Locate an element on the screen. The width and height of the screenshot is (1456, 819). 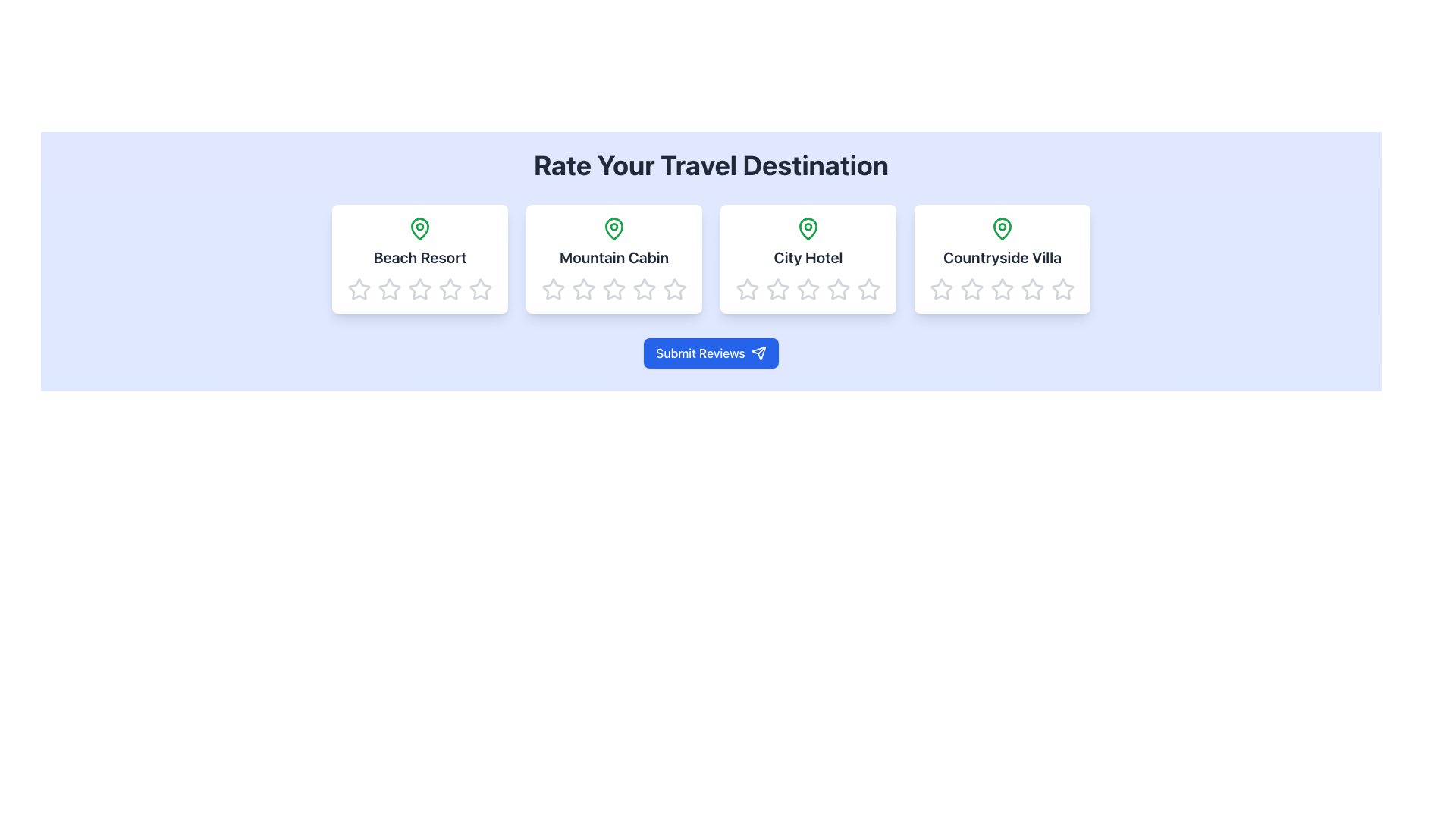
the fourth star-shaped rating icon from the left, which is styled in light gray and located beneath the Countryside Villa rating card is located at coordinates (1002, 289).